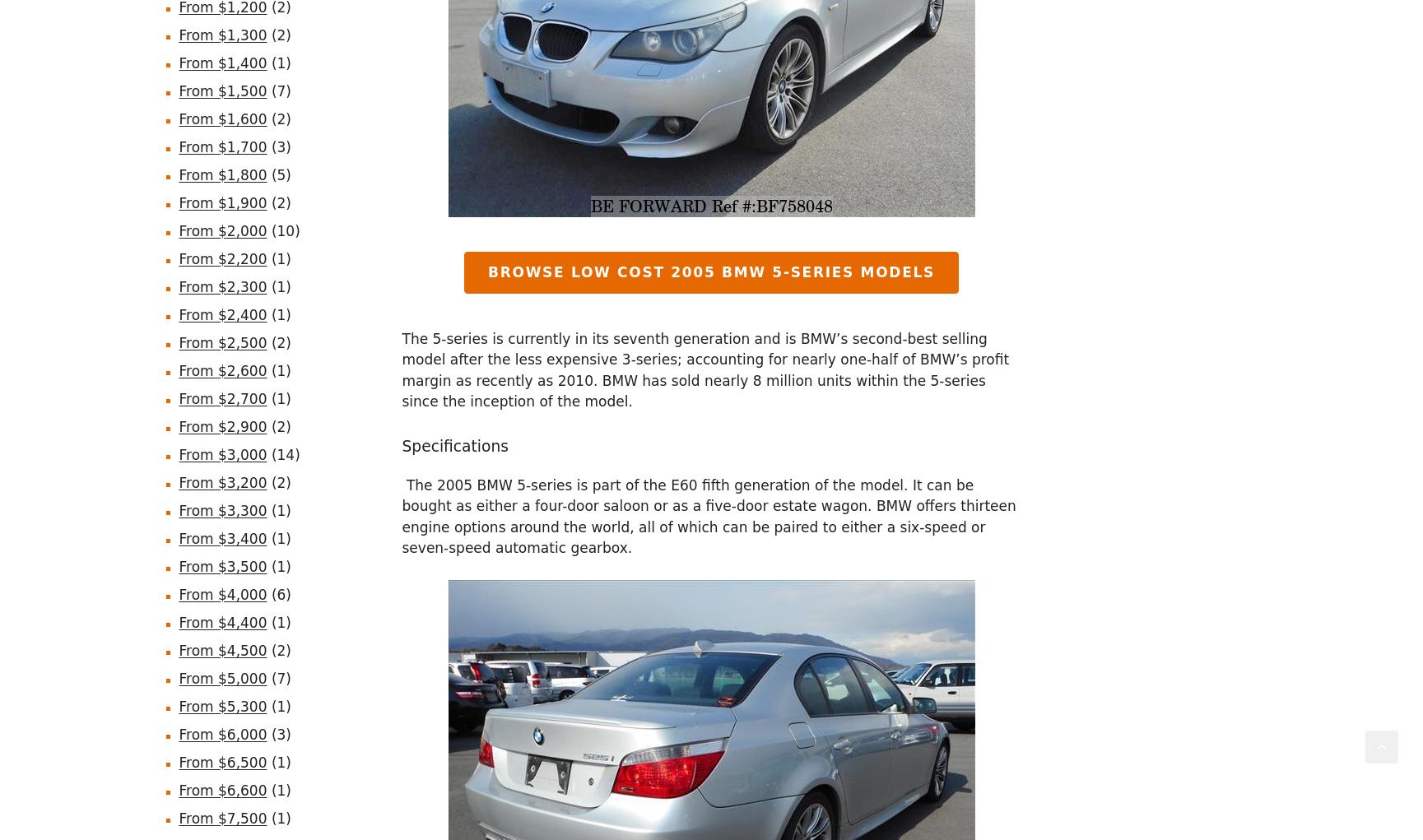 This screenshot has height=840, width=1423. I want to click on 'From $1,300', so click(222, 34).